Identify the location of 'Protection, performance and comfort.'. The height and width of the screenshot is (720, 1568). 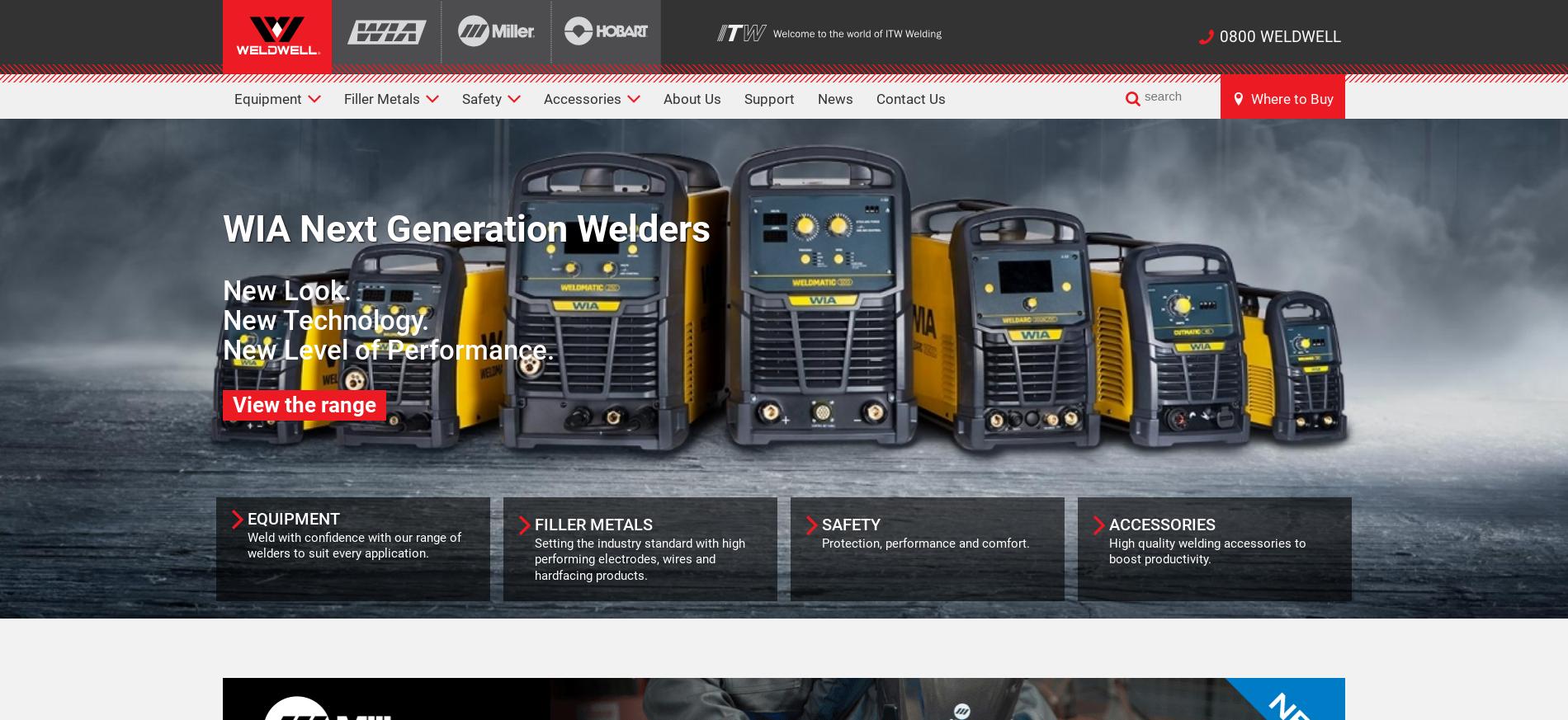
(925, 542).